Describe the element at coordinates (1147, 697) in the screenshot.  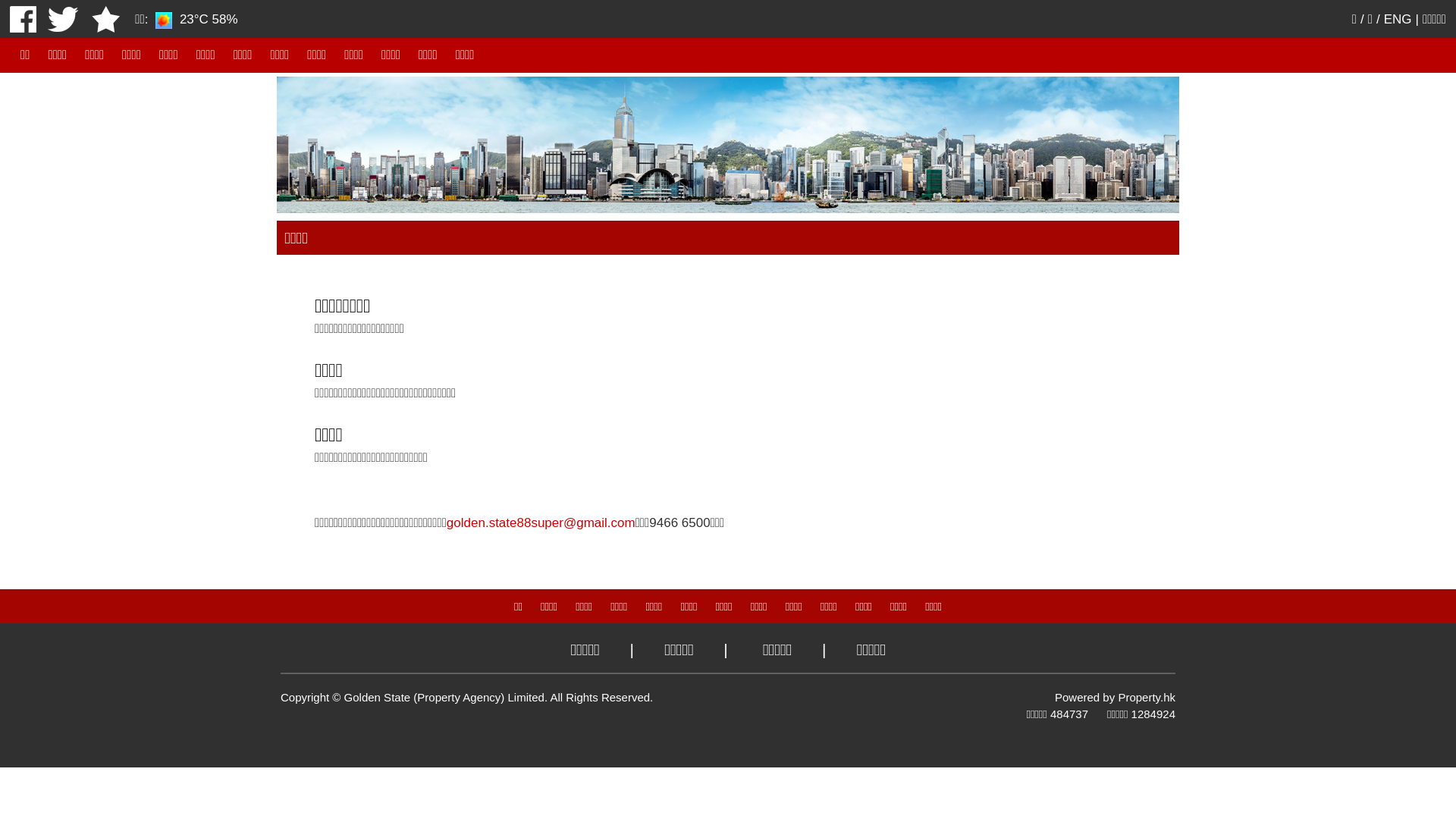
I see `'Property.hk'` at that location.